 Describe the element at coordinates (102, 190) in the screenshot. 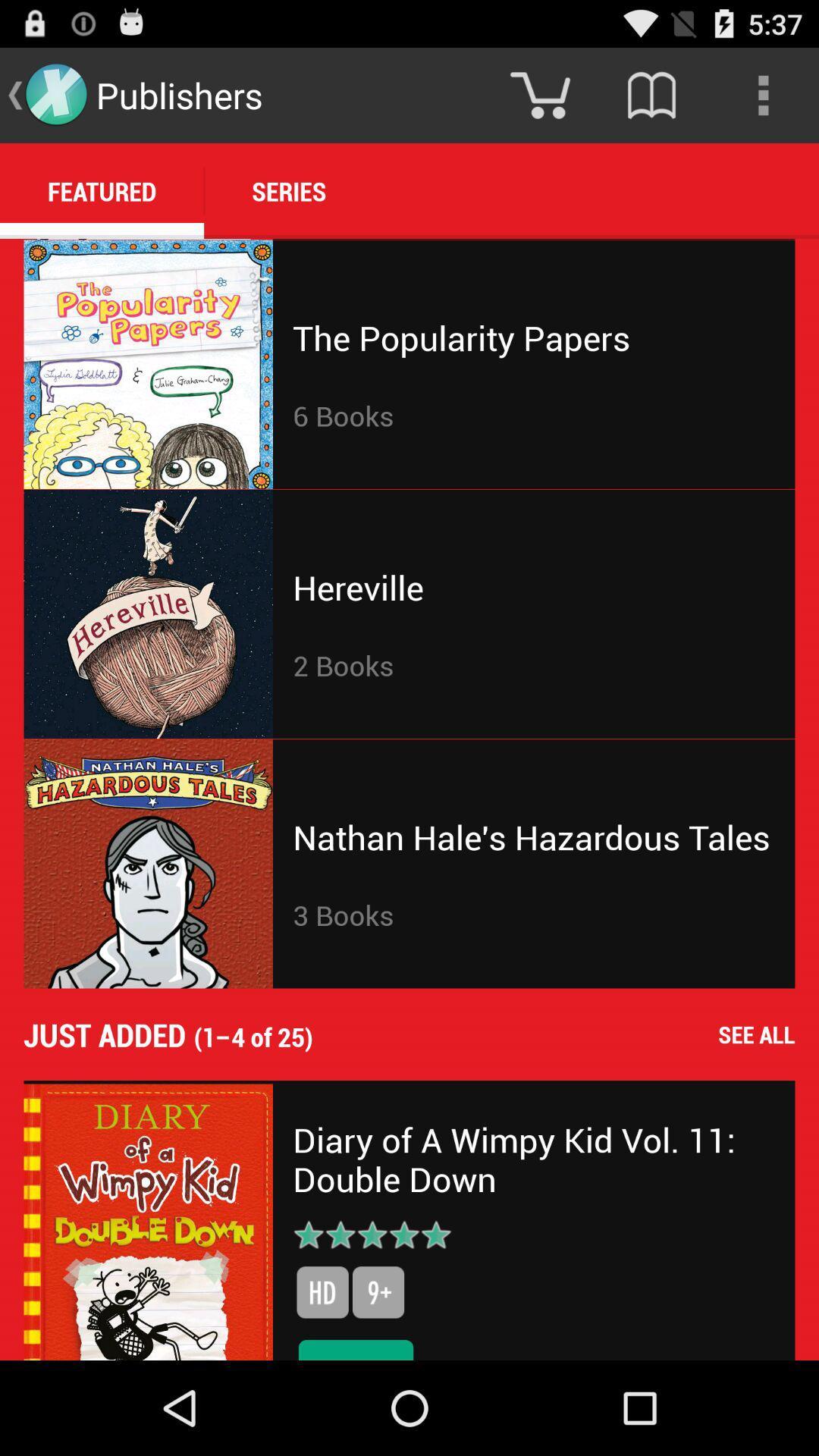

I see `icon next to the series icon` at that location.